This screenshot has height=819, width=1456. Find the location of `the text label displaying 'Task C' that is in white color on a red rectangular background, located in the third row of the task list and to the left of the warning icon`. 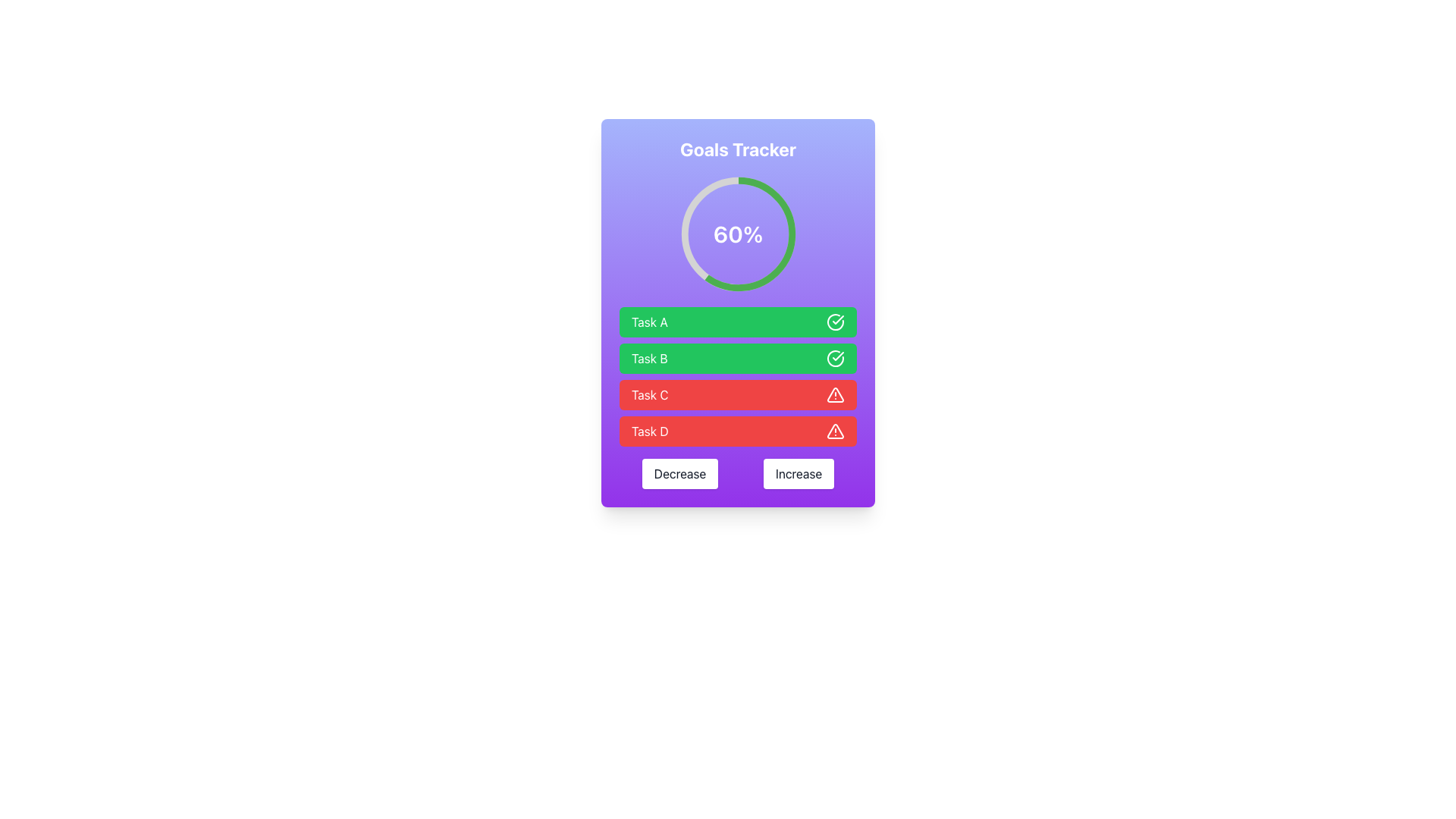

the text label displaying 'Task C' that is in white color on a red rectangular background, located in the third row of the task list and to the left of the warning icon is located at coordinates (650, 394).